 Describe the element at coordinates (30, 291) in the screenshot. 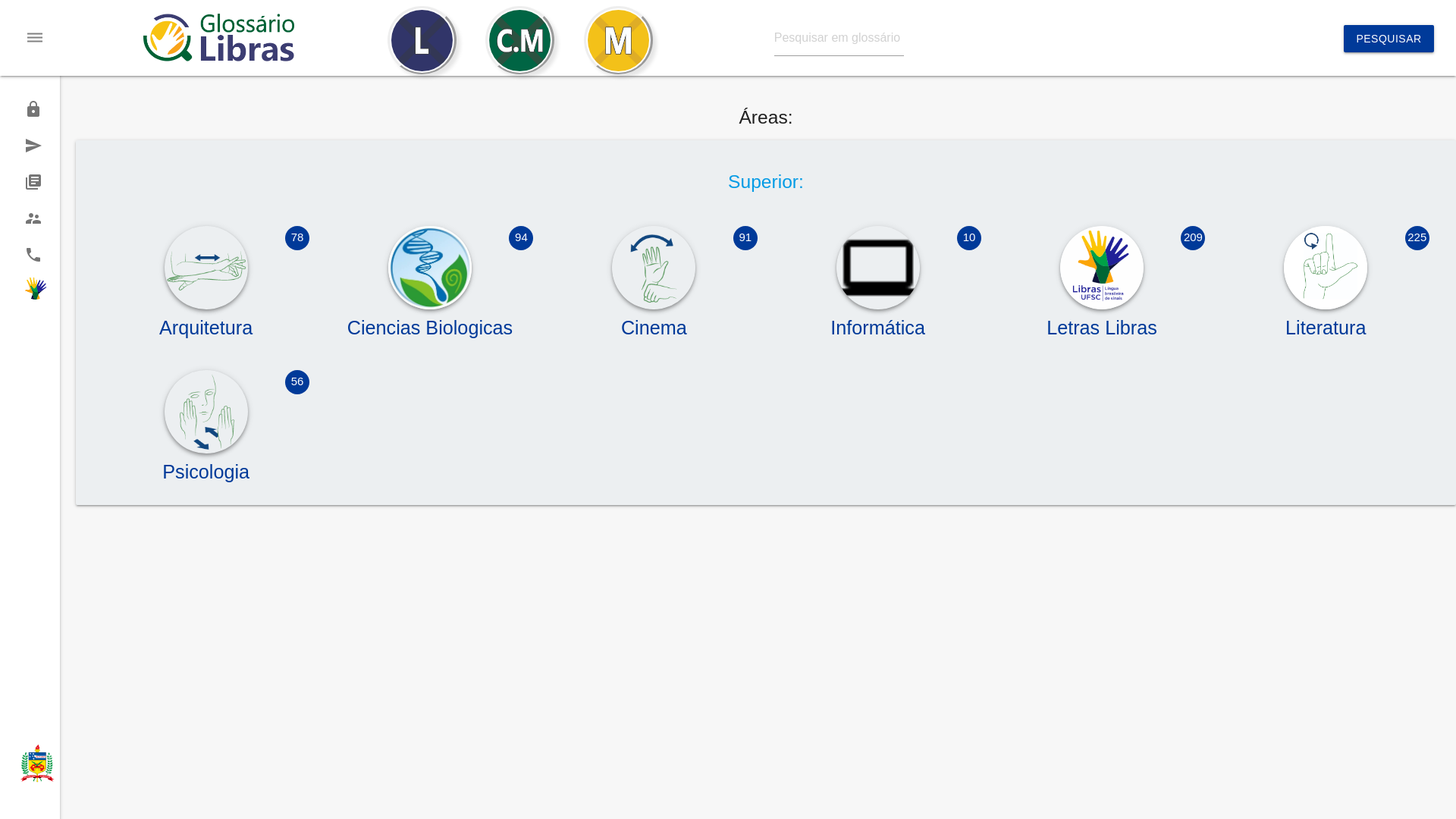

I see `'Portal Libras'` at that location.